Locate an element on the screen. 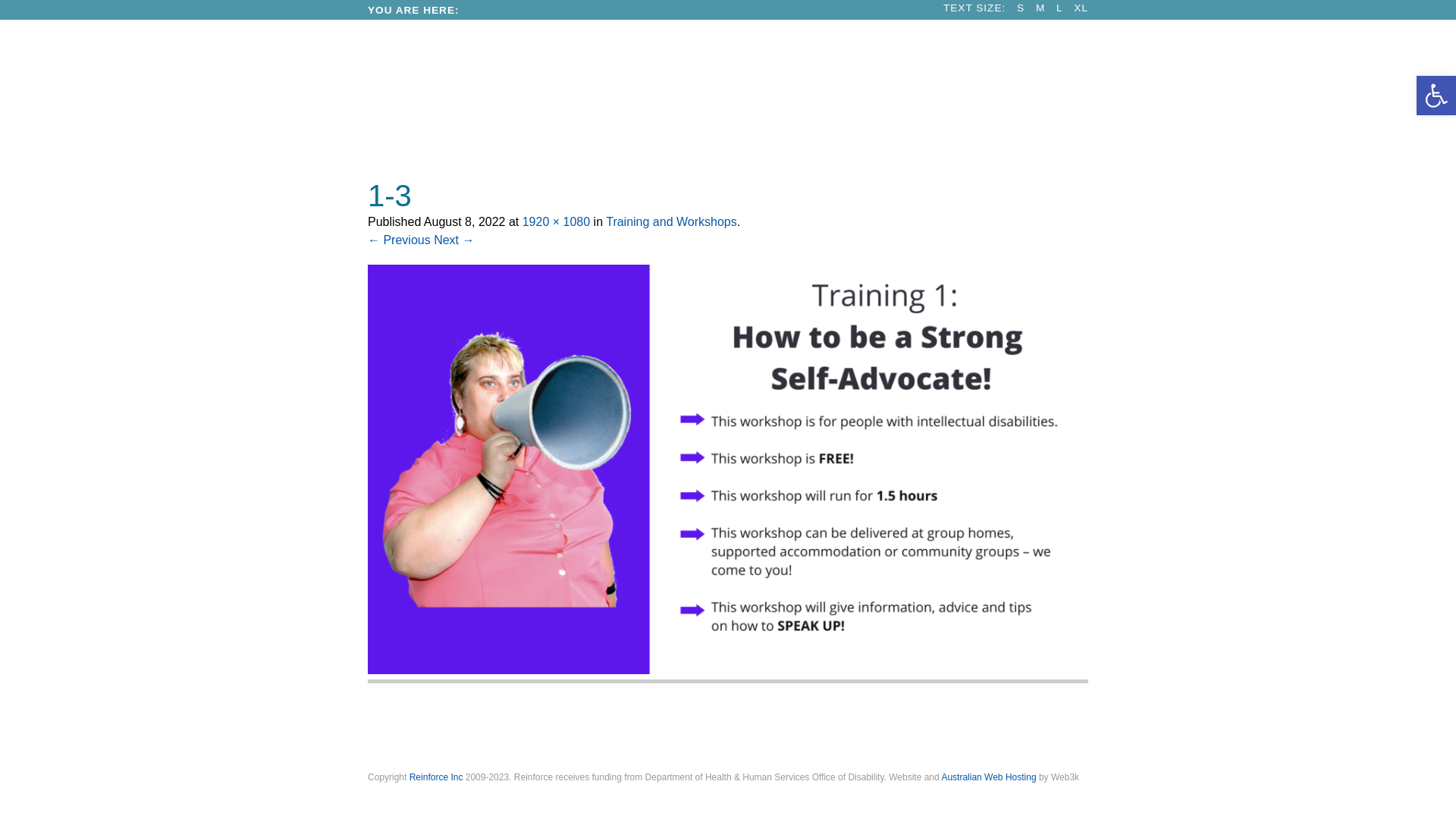  '1-3' is located at coordinates (731, 669).